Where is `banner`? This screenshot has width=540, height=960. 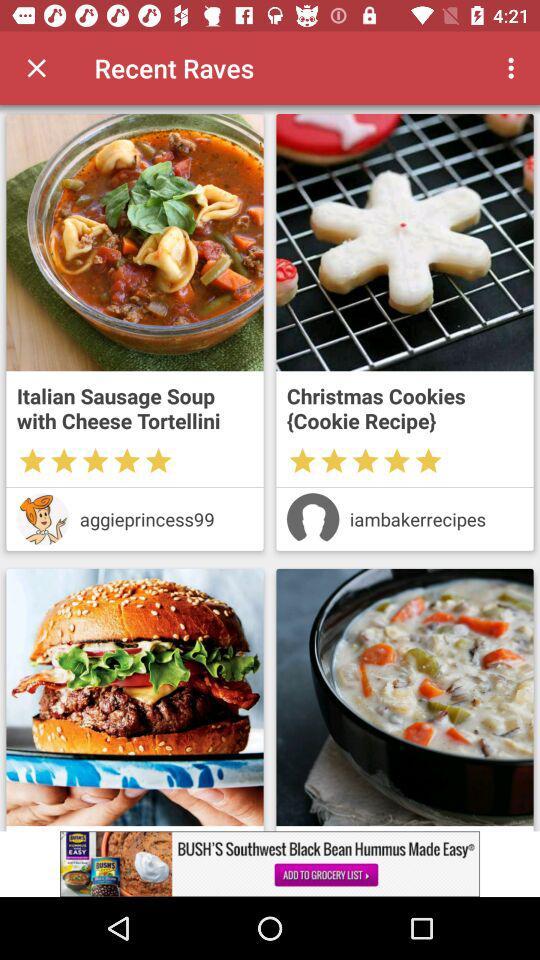 banner is located at coordinates (270, 863).